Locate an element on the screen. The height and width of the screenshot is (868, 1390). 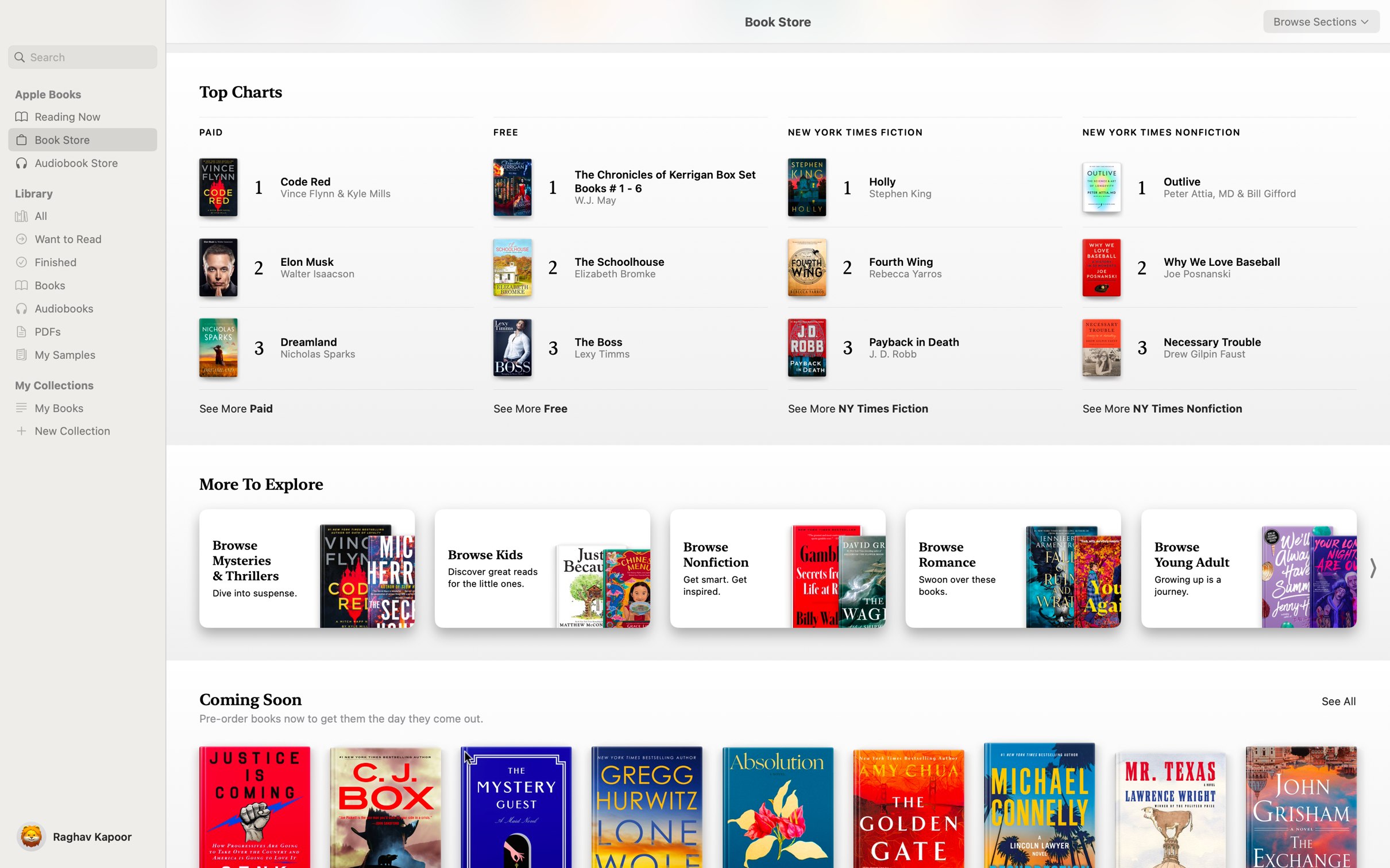
the complete list of top-ranked paid books is located at coordinates (237, 405).